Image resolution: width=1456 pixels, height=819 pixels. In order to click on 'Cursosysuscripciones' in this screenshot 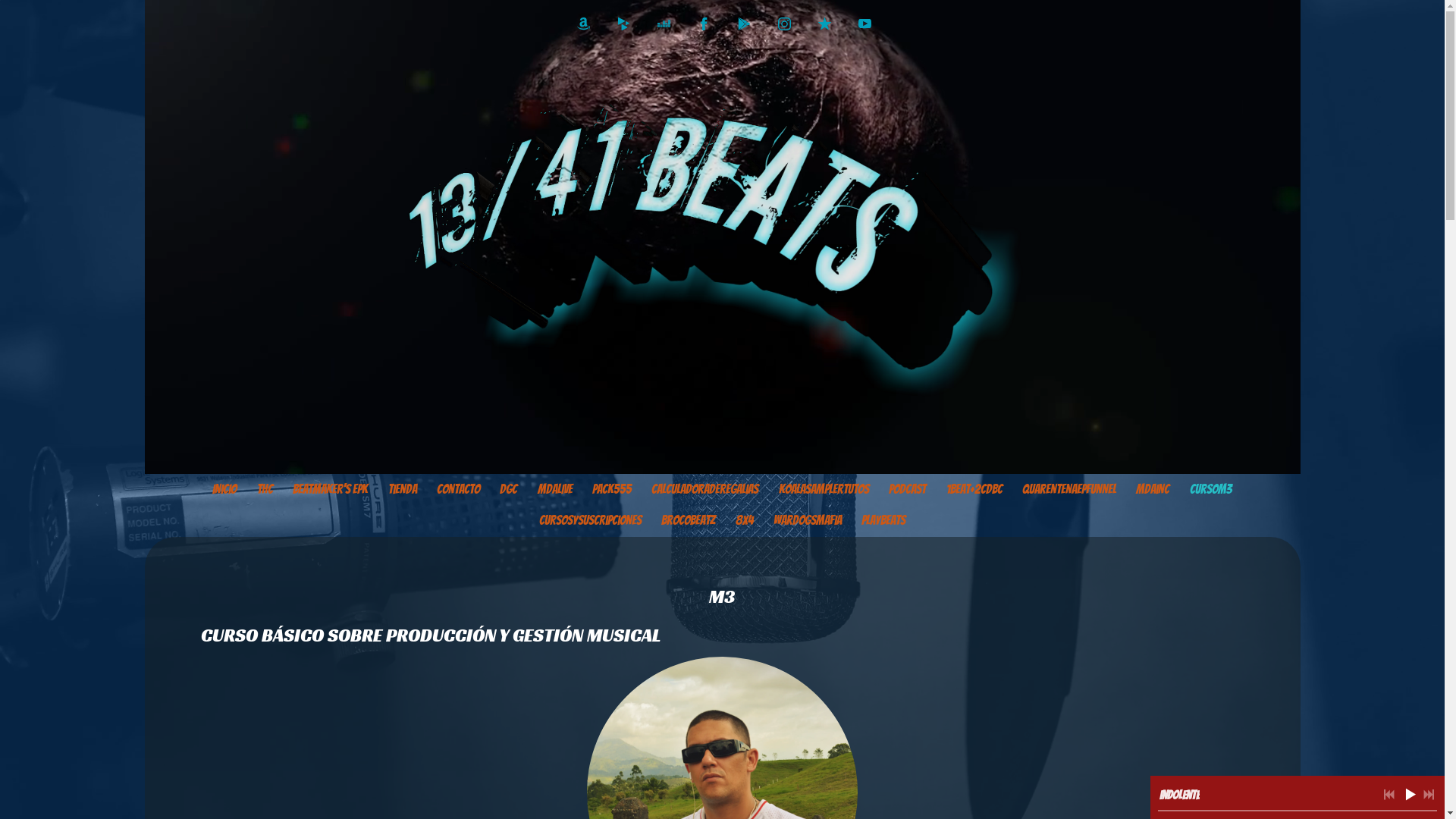, I will do `click(589, 519)`.